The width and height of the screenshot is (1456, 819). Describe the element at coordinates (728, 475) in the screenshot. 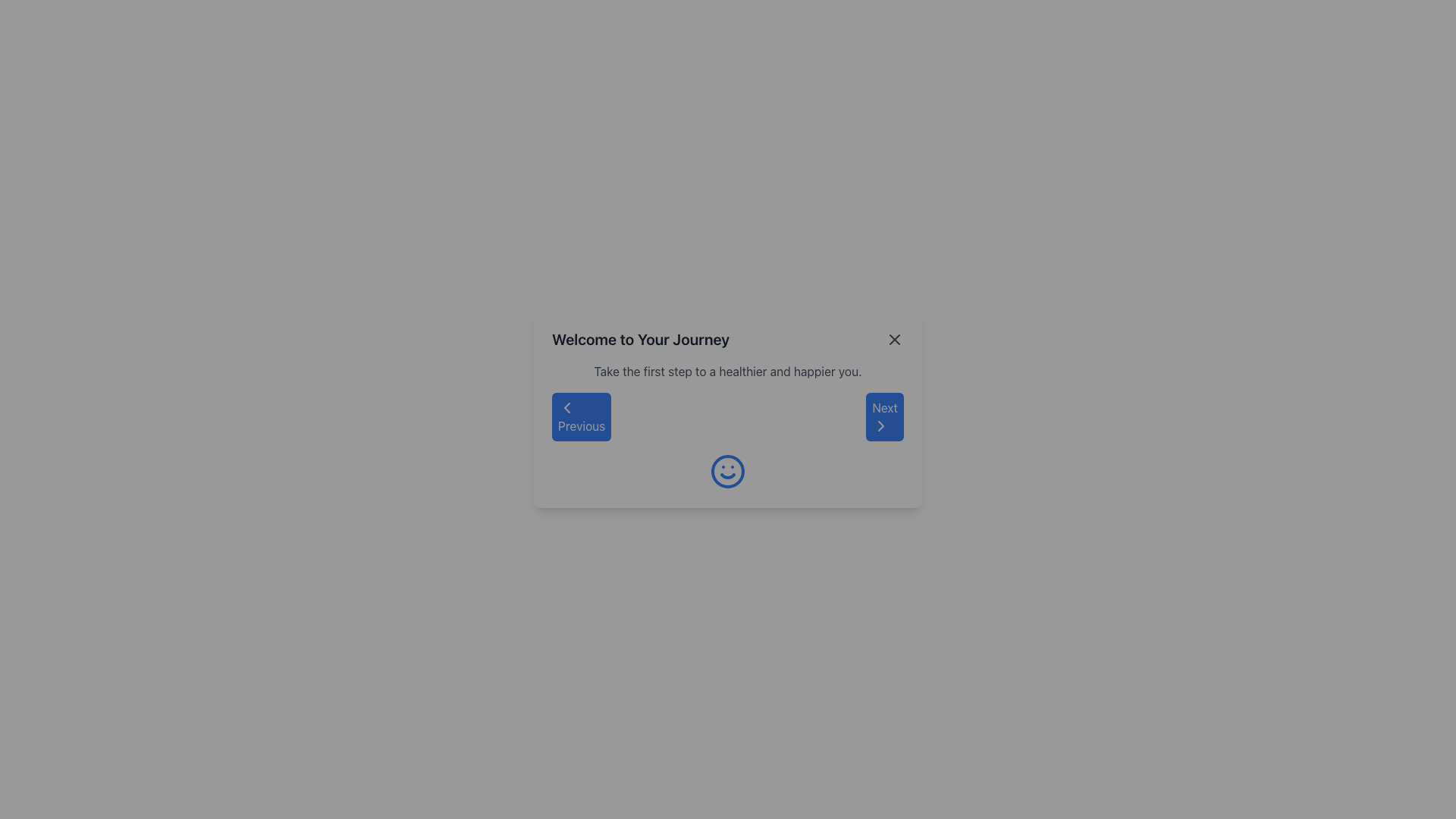

I see `the curved line representing the smiling mouth within the circular smiley face icon located at the central lower region of the modal window` at that location.